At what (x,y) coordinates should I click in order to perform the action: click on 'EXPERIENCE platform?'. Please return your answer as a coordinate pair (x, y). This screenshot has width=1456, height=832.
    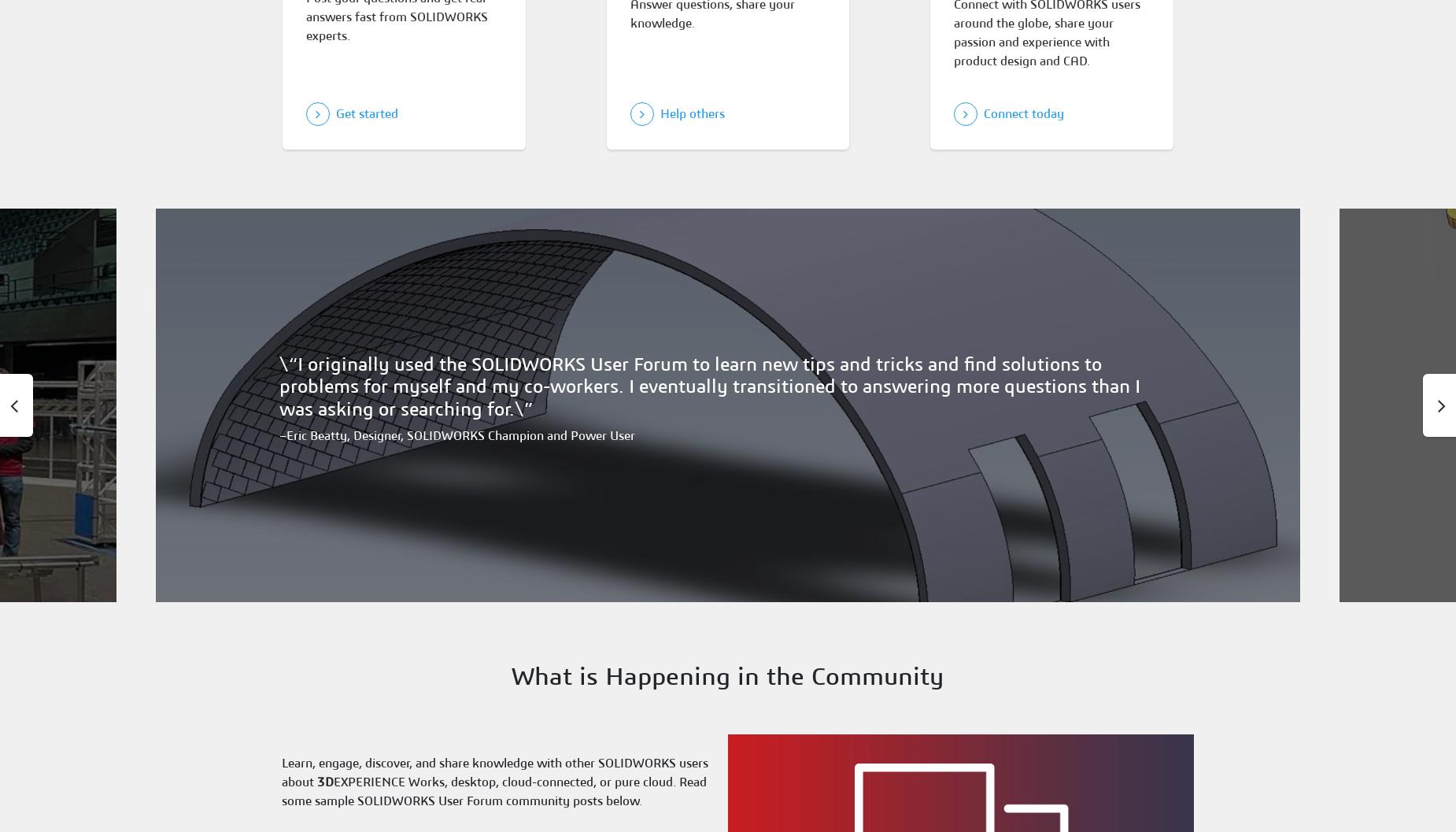
    Looking at the image, I should click on (737, 361).